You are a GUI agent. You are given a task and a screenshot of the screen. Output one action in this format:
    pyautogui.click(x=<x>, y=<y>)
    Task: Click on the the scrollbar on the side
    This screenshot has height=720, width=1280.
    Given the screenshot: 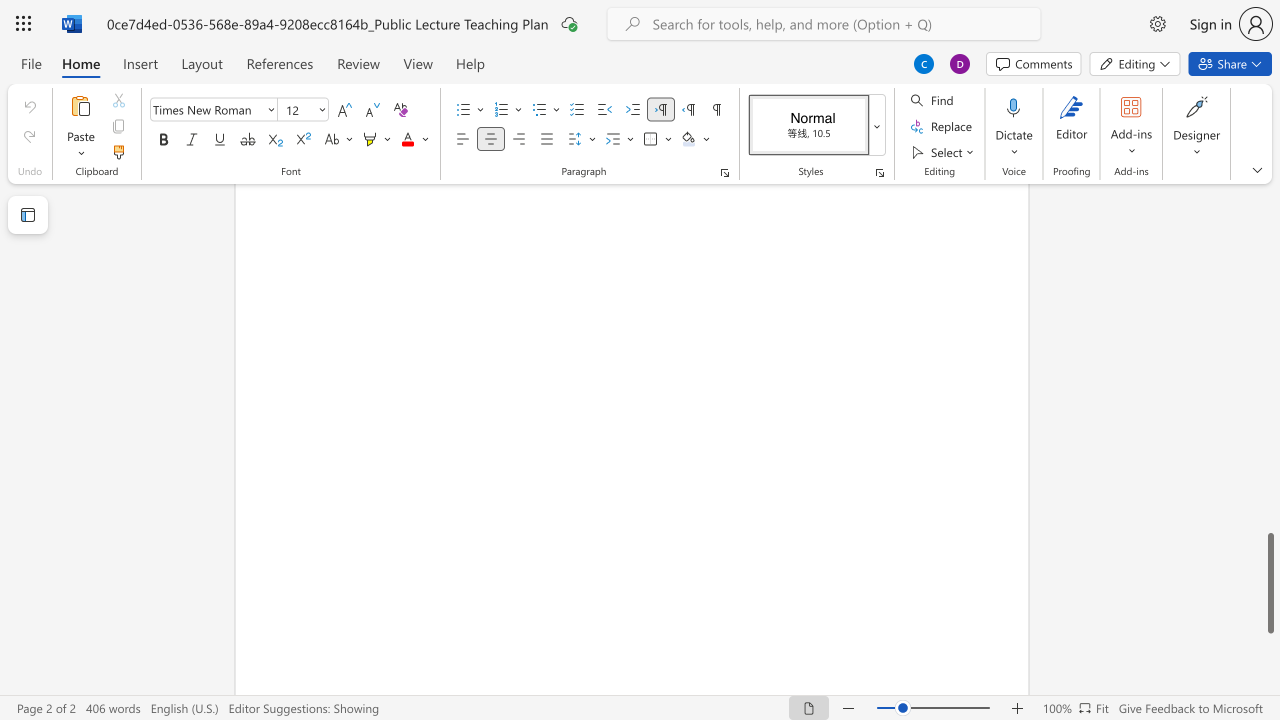 What is the action you would take?
    pyautogui.click(x=1269, y=300)
    